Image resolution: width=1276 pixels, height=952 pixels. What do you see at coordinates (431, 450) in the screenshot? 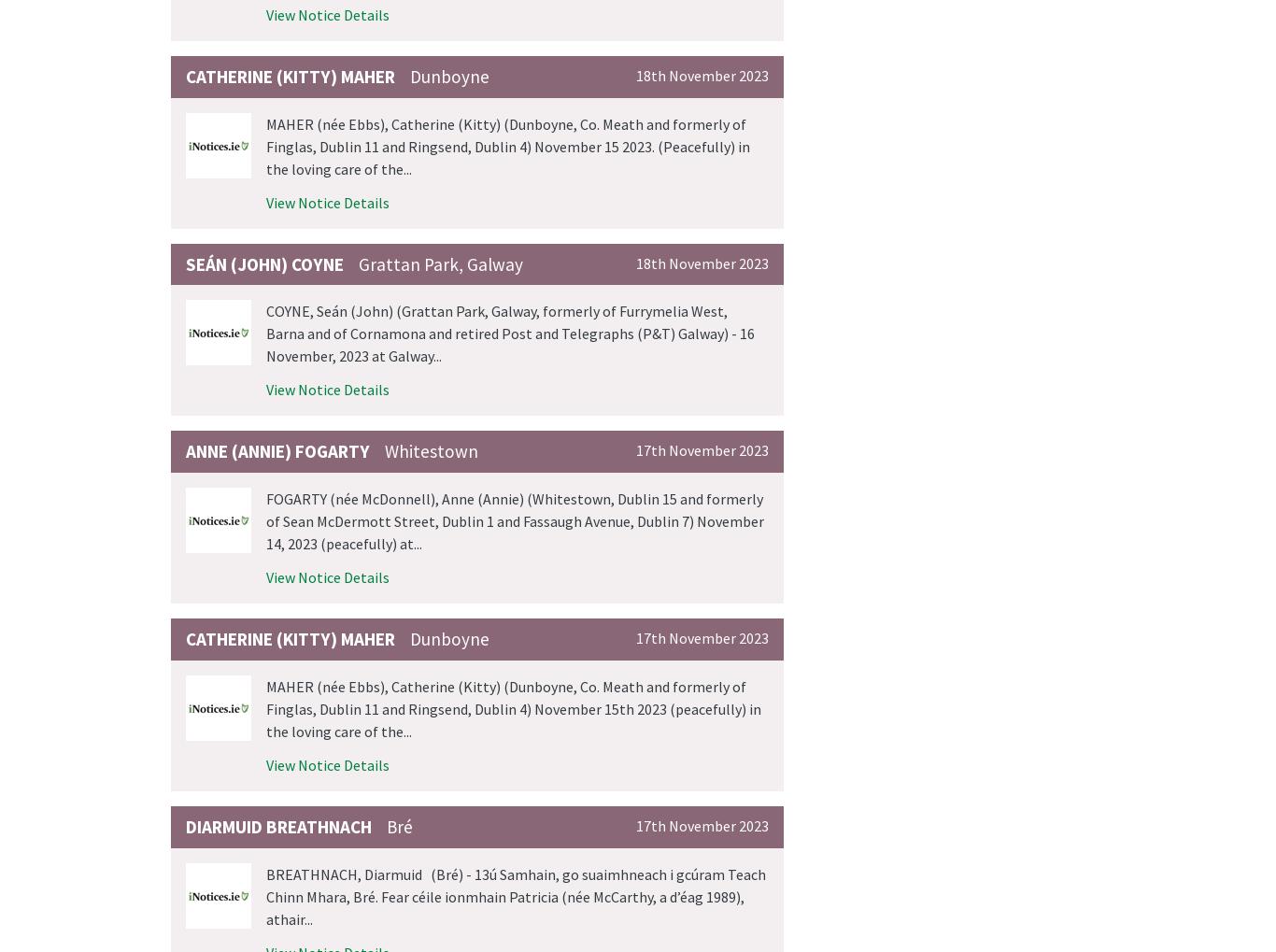
I see `'Whitestown'` at bounding box center [431, 450].